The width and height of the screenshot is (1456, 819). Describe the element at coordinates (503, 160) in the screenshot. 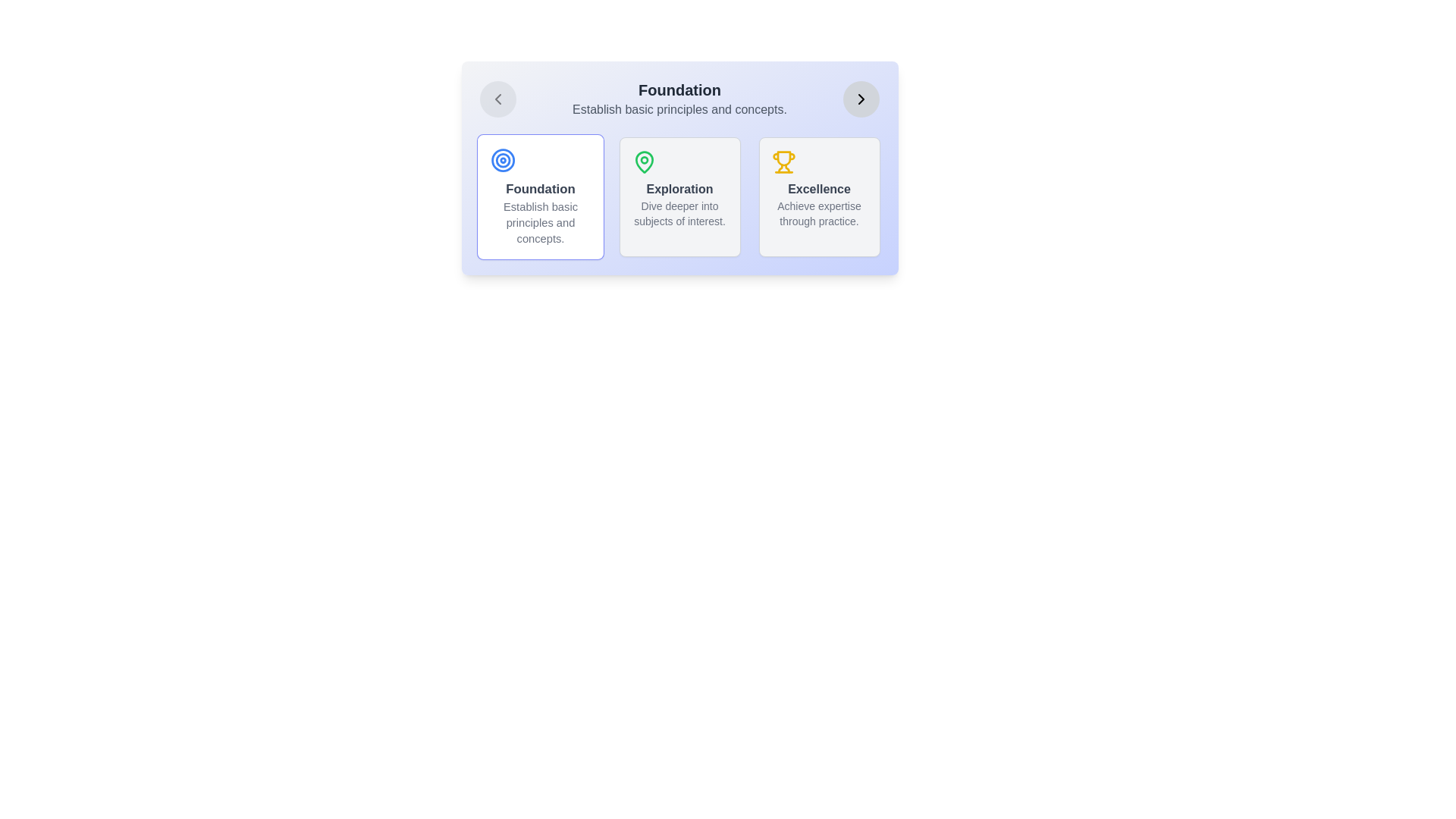

I see `the first icon in the 'Foundation' card layout, positioned above the title text 'Foundation' for interaction` at that location.